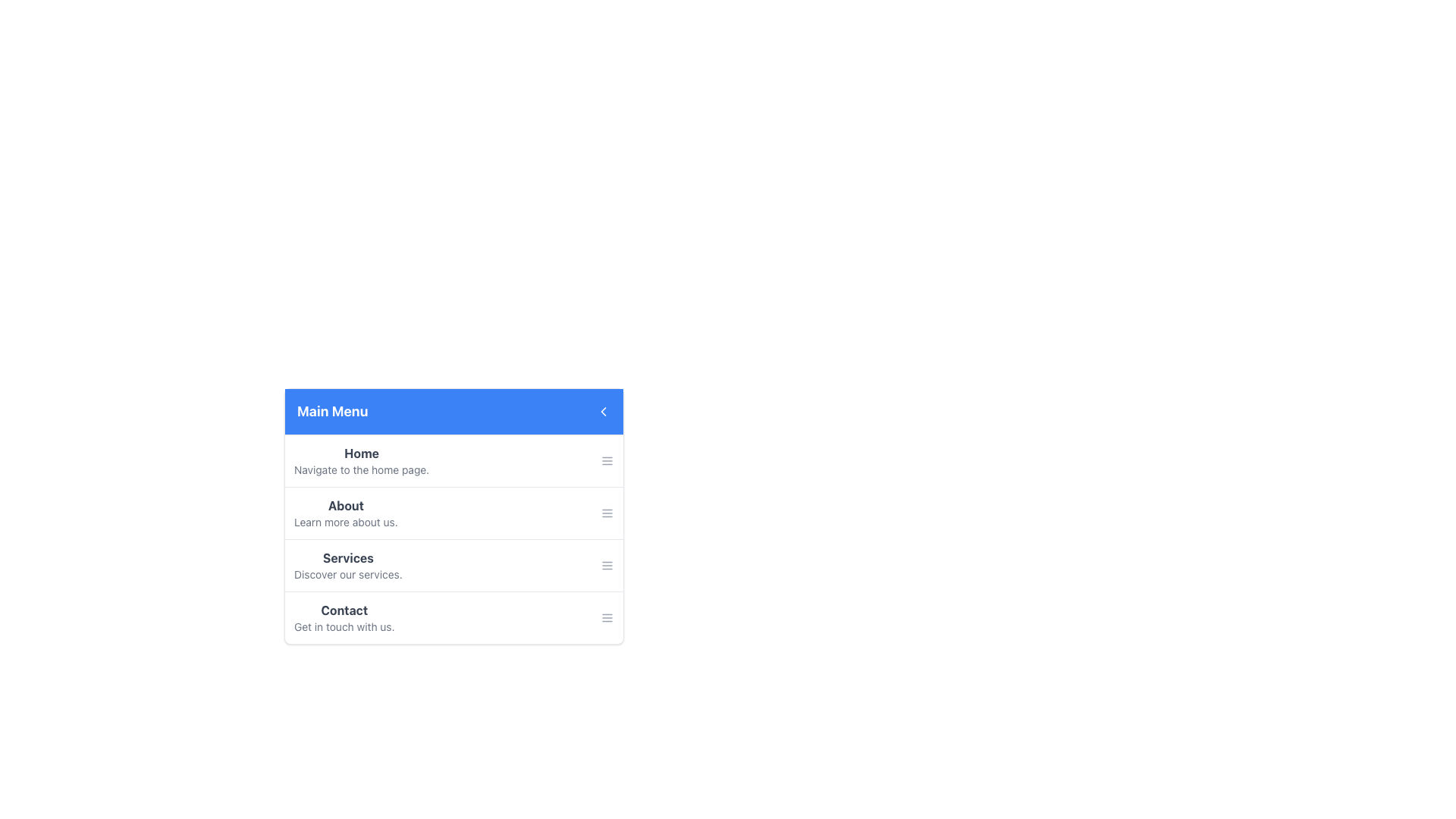 Image resolution: width=1456 pixels, height=819 pixels. What do you see at coordinates (344, 626) in the screenshot?
I see `the static text element that provides additional descriptive content for the 'Contact' option in the menu, located directly beneath the 'Contact' text` at bounding box center [344, 626].